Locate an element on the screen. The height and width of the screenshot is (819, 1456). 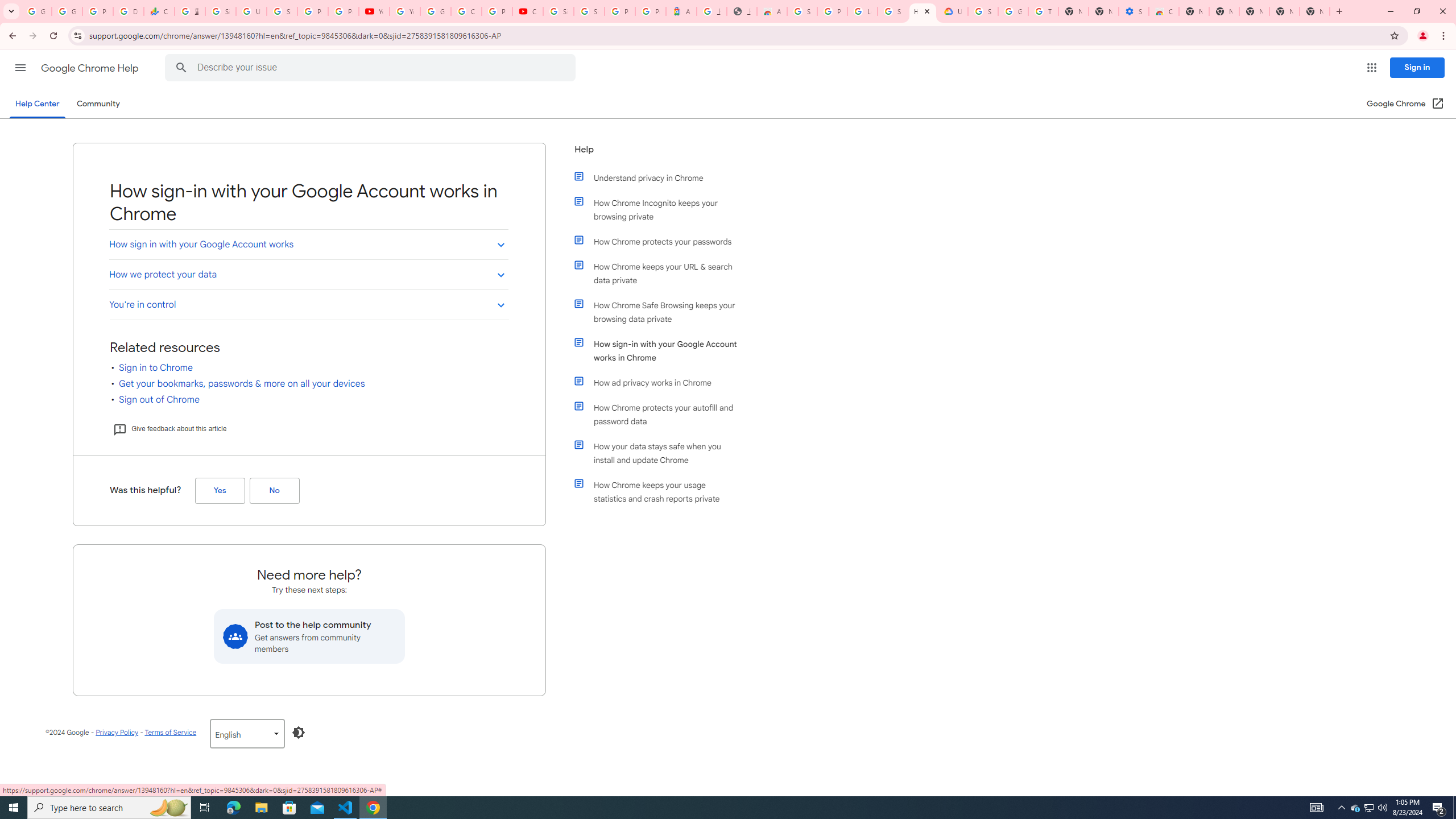
'Describe your issue' is located at coordinates (371, 67).